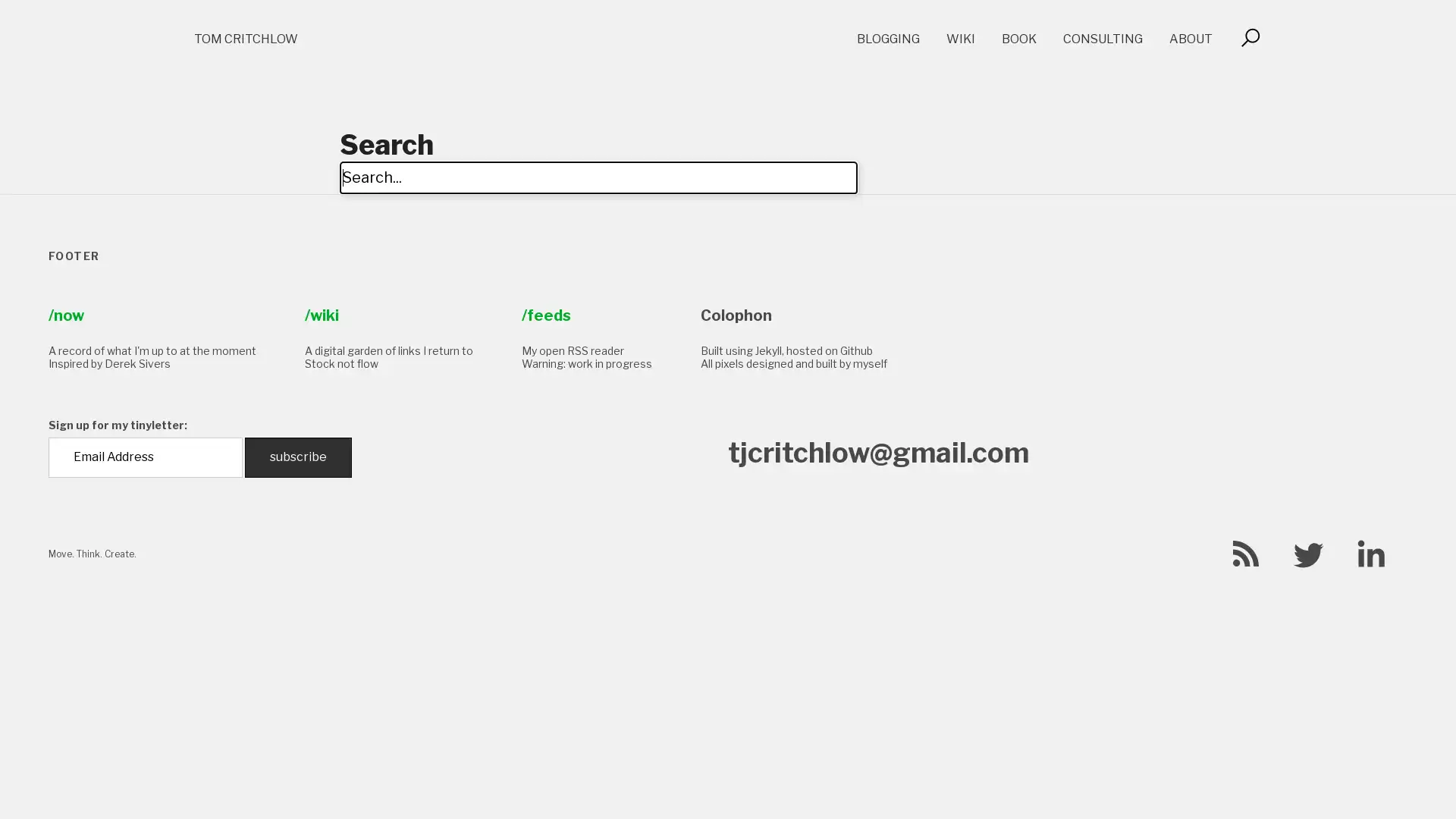 The height and width of the screenshot is (819, 1456). What do you see at coordinates (298, 456) in the screenshot?
I see `subscribe` at bounding box center [298, 456].